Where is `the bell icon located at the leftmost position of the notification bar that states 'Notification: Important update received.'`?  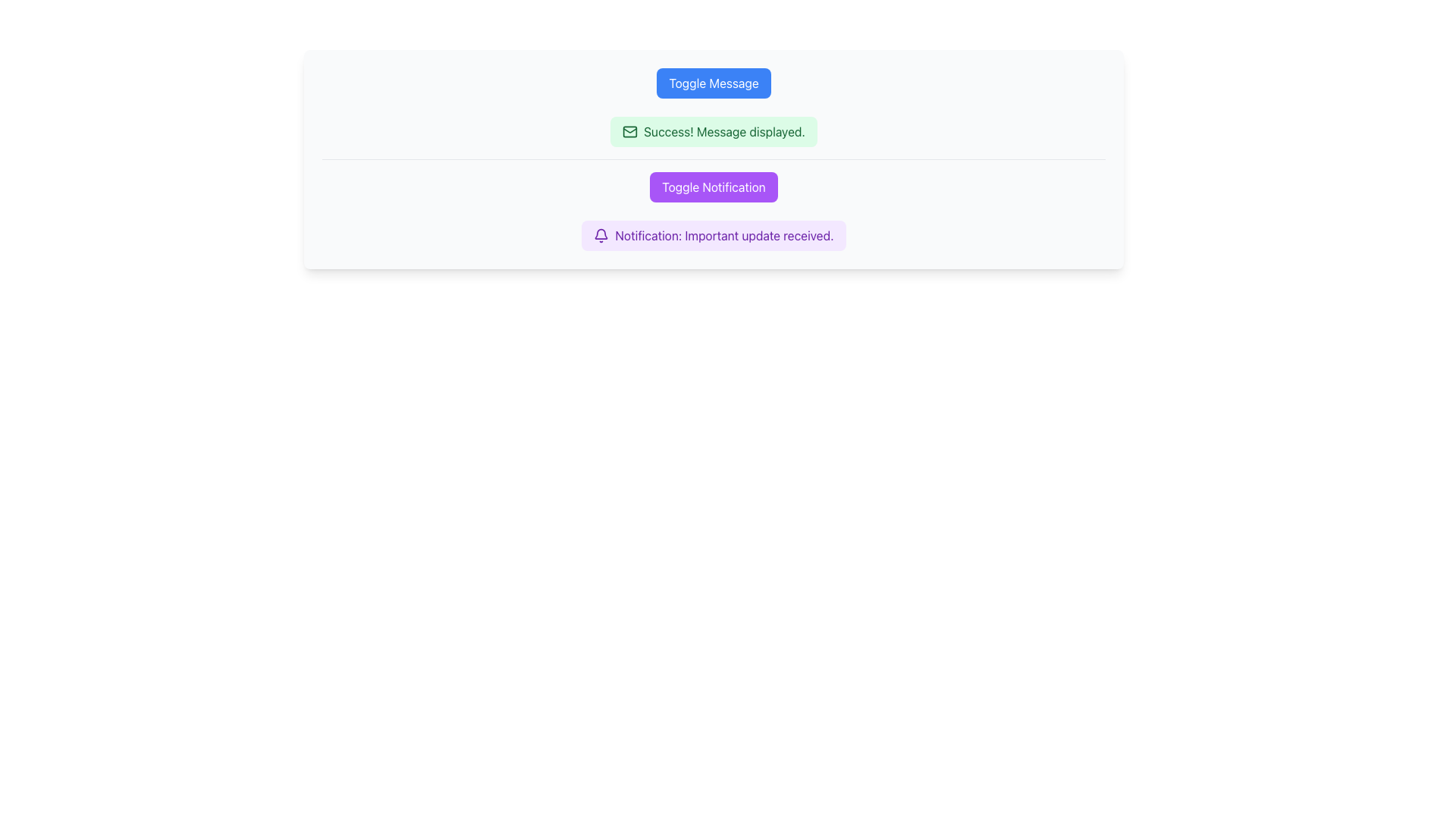 the bell icon located at the leftmost position of the notification bar that states 'Notification: Important update received.' is located at coordinates (601, 236).